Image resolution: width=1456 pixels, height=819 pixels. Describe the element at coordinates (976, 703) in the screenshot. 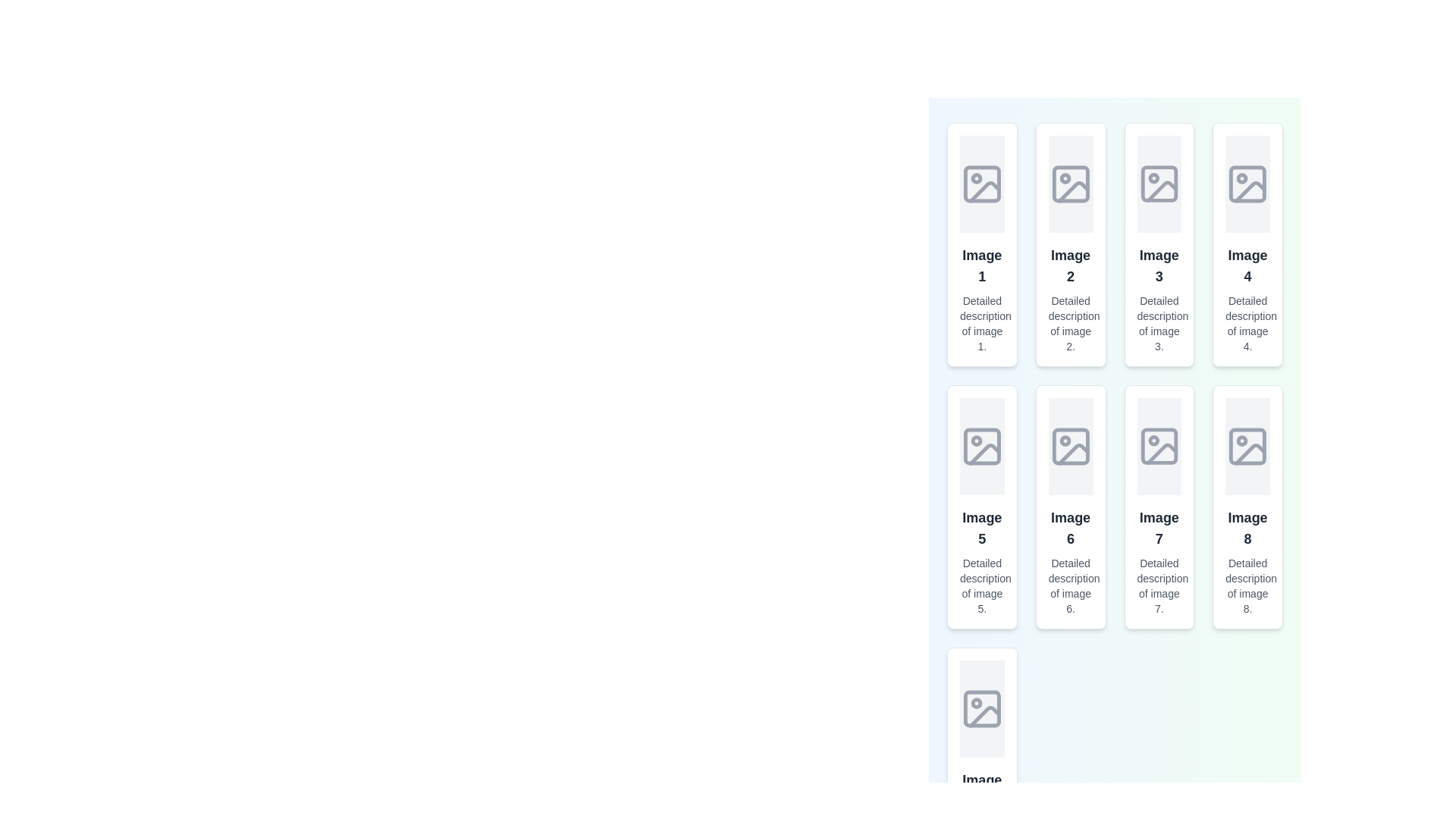

I see `the small dot within the picture icon located in the first column and third row of the grid layout` at that location.